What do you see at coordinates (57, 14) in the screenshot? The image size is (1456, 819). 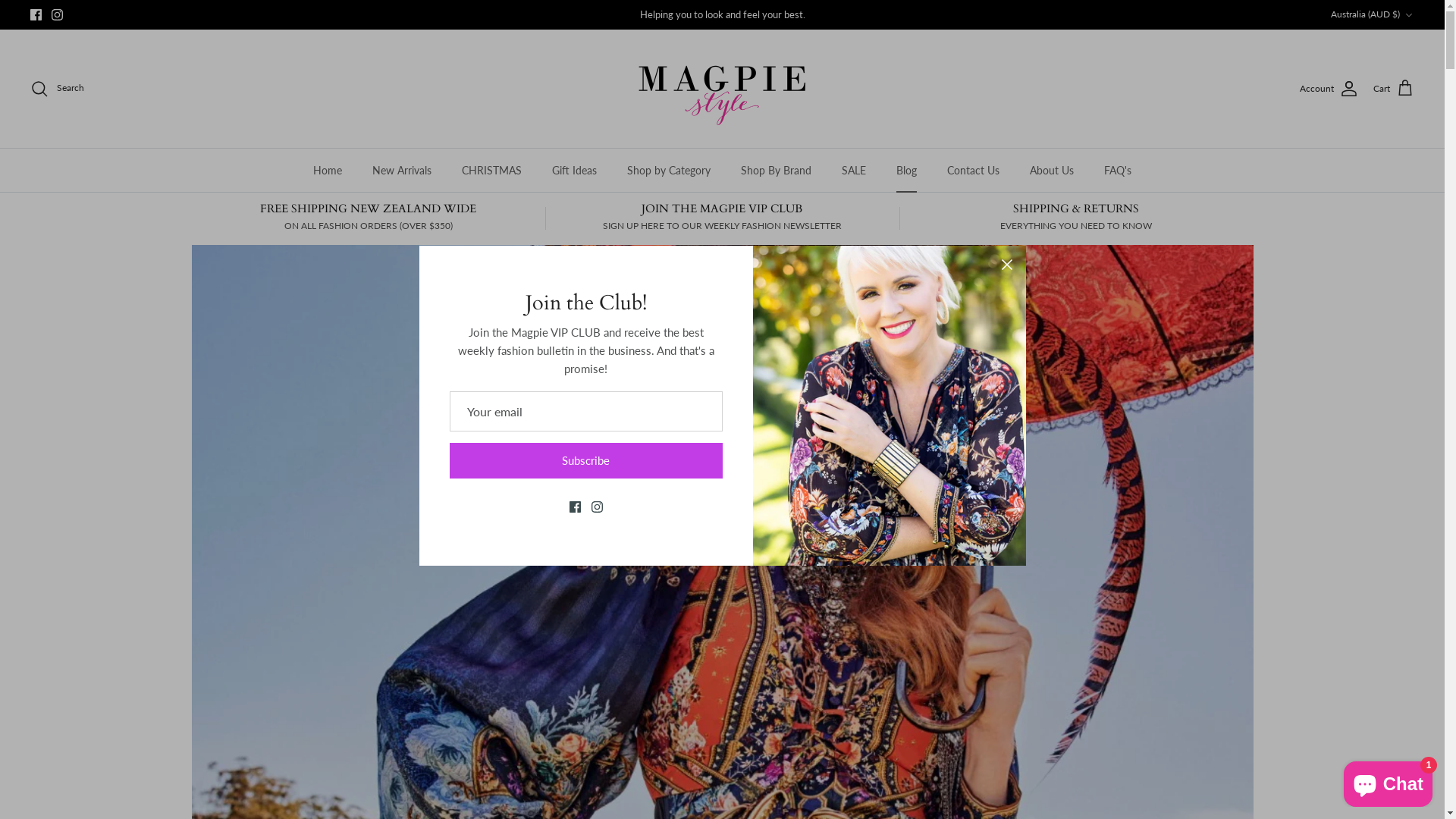 I see `'Instagram'` at bounding box center [57, 14].